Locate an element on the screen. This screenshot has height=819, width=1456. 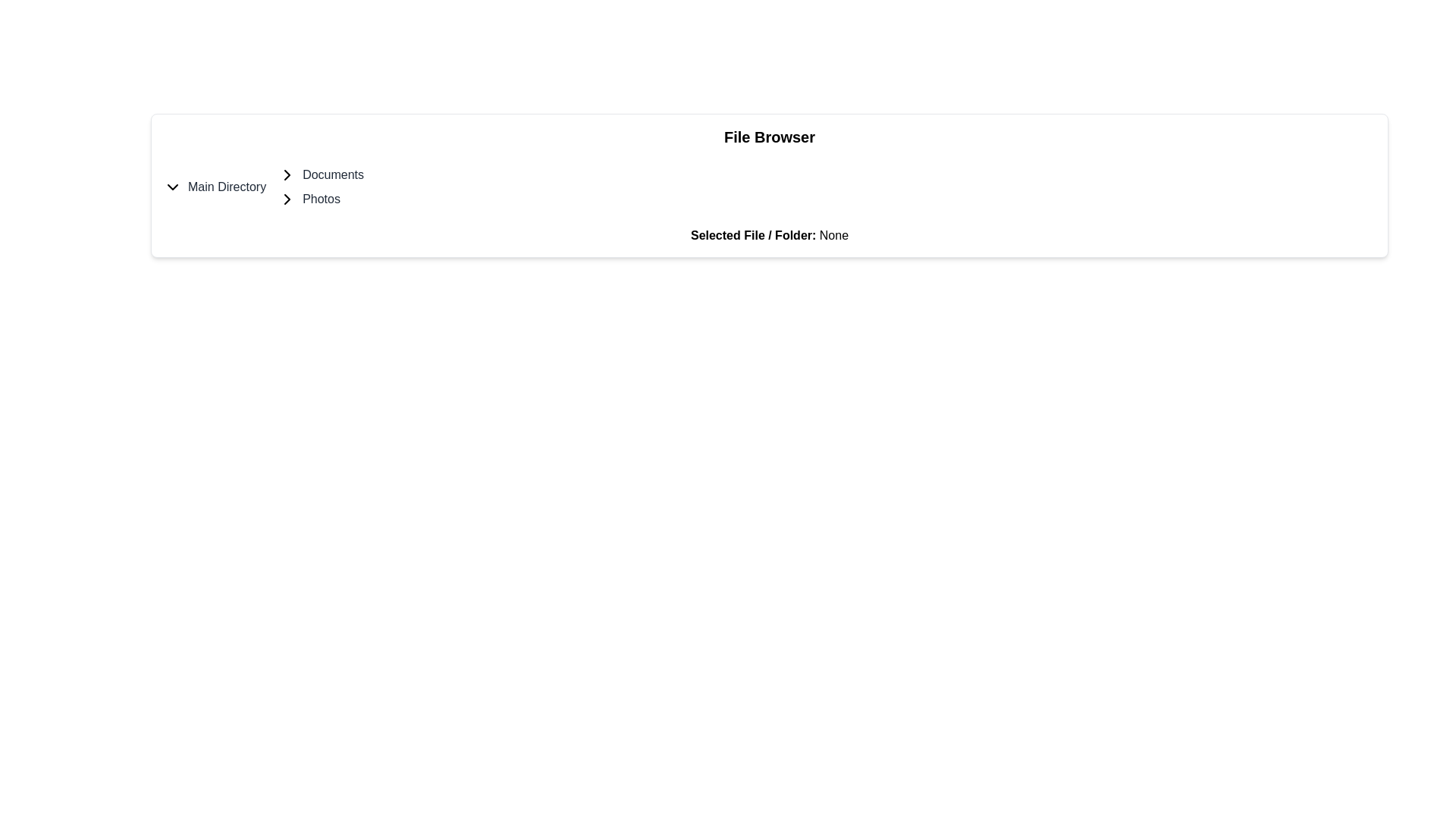
the interactive text label representing the 'Photos' folder is located at coordinates (321, 198).